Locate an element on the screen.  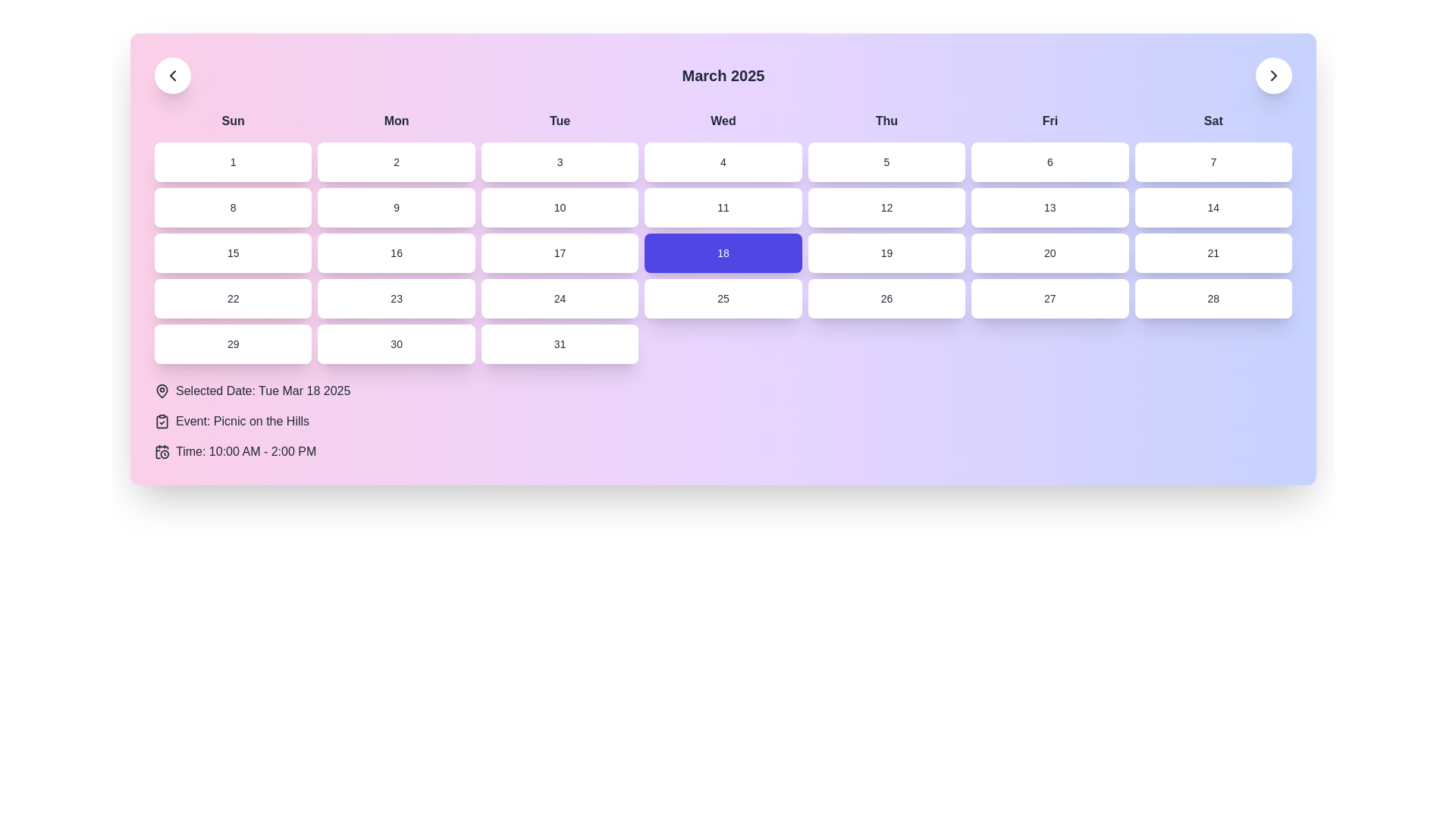
the Interactive calendar day button marked with '9' is located at coordinates (397, 207).